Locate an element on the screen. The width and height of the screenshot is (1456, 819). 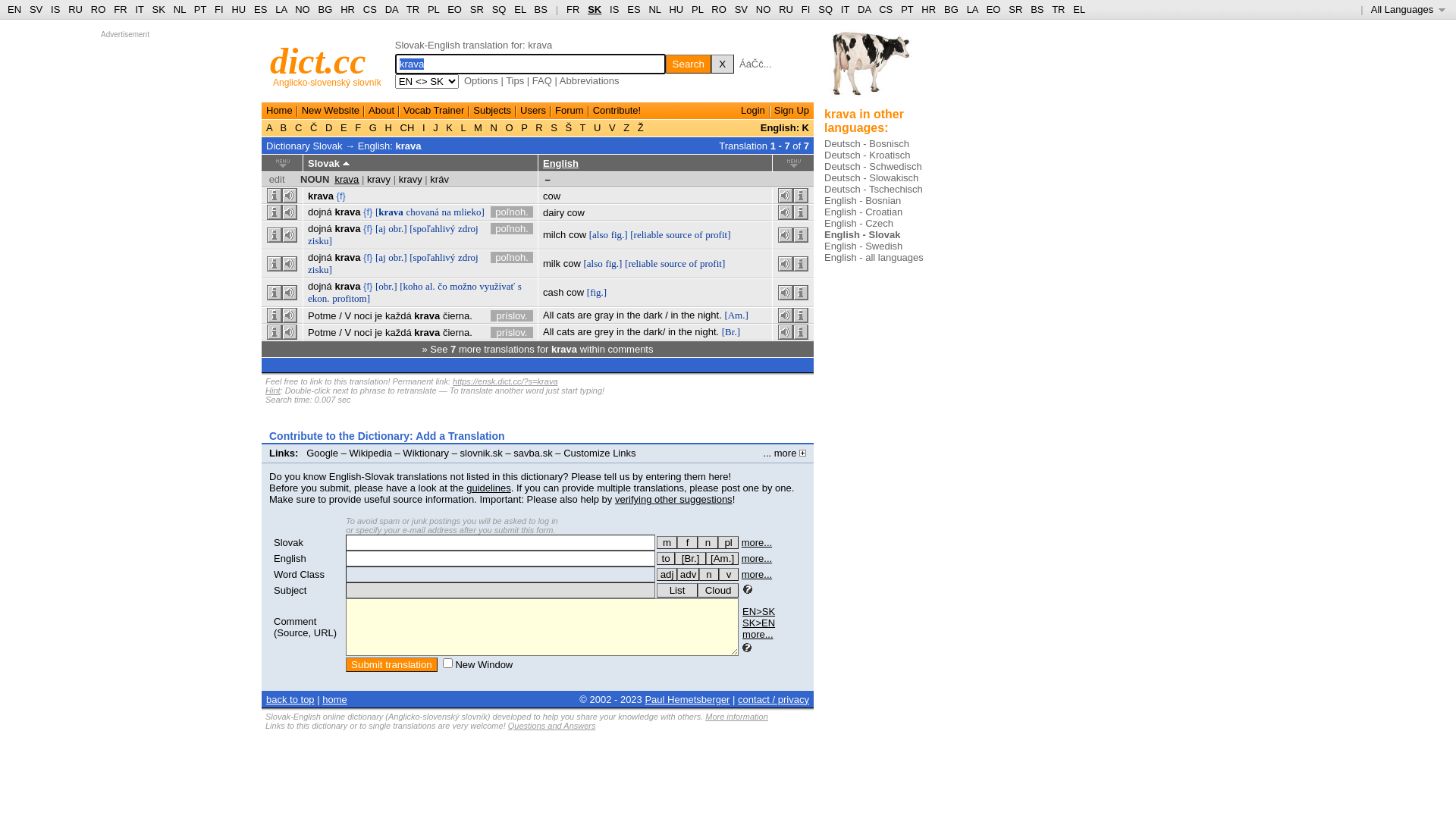
'Cloud' is located at coordinates (717, 589).